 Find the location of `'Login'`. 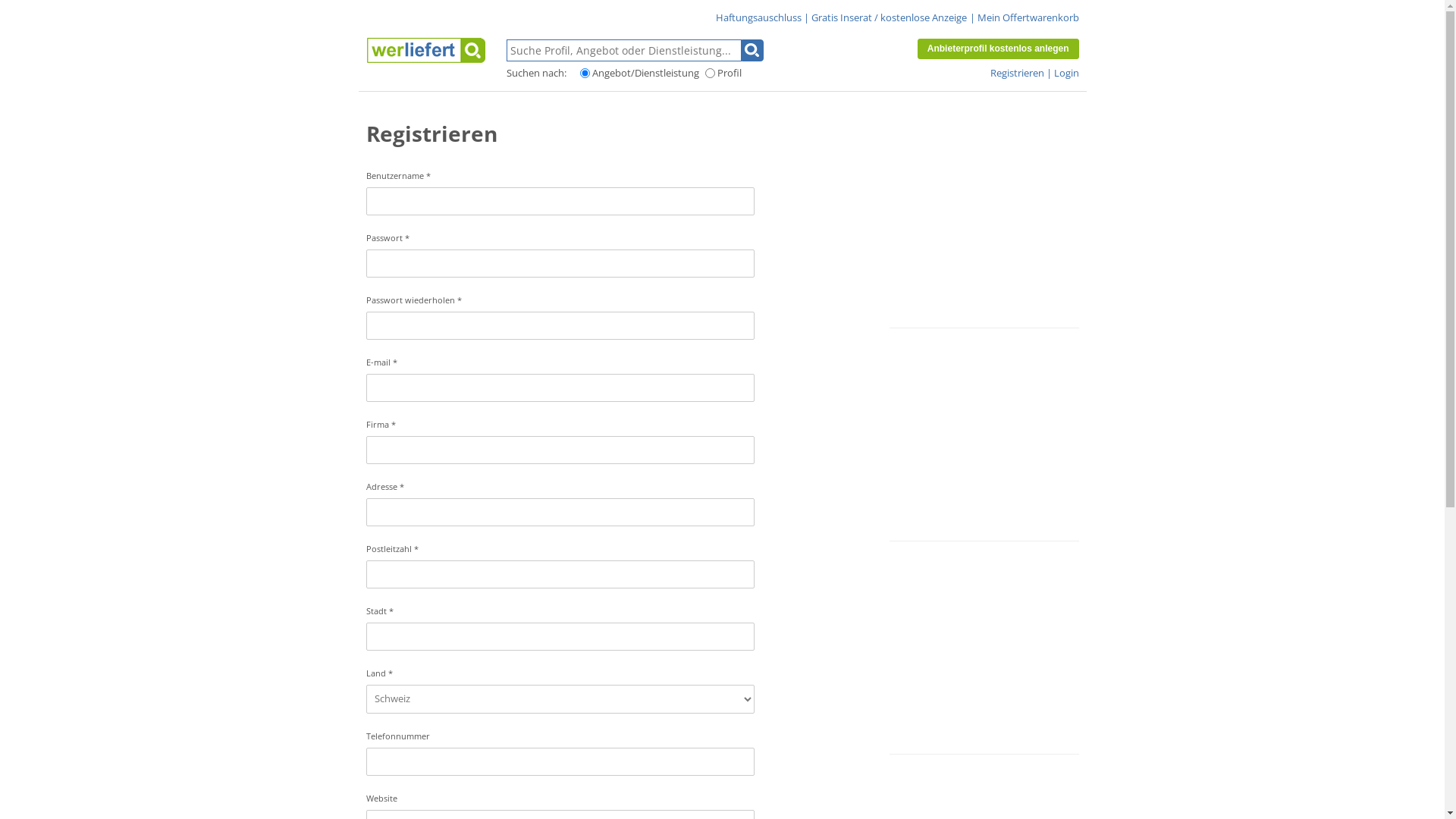

'Login' is located at coordinates (1053, 73).